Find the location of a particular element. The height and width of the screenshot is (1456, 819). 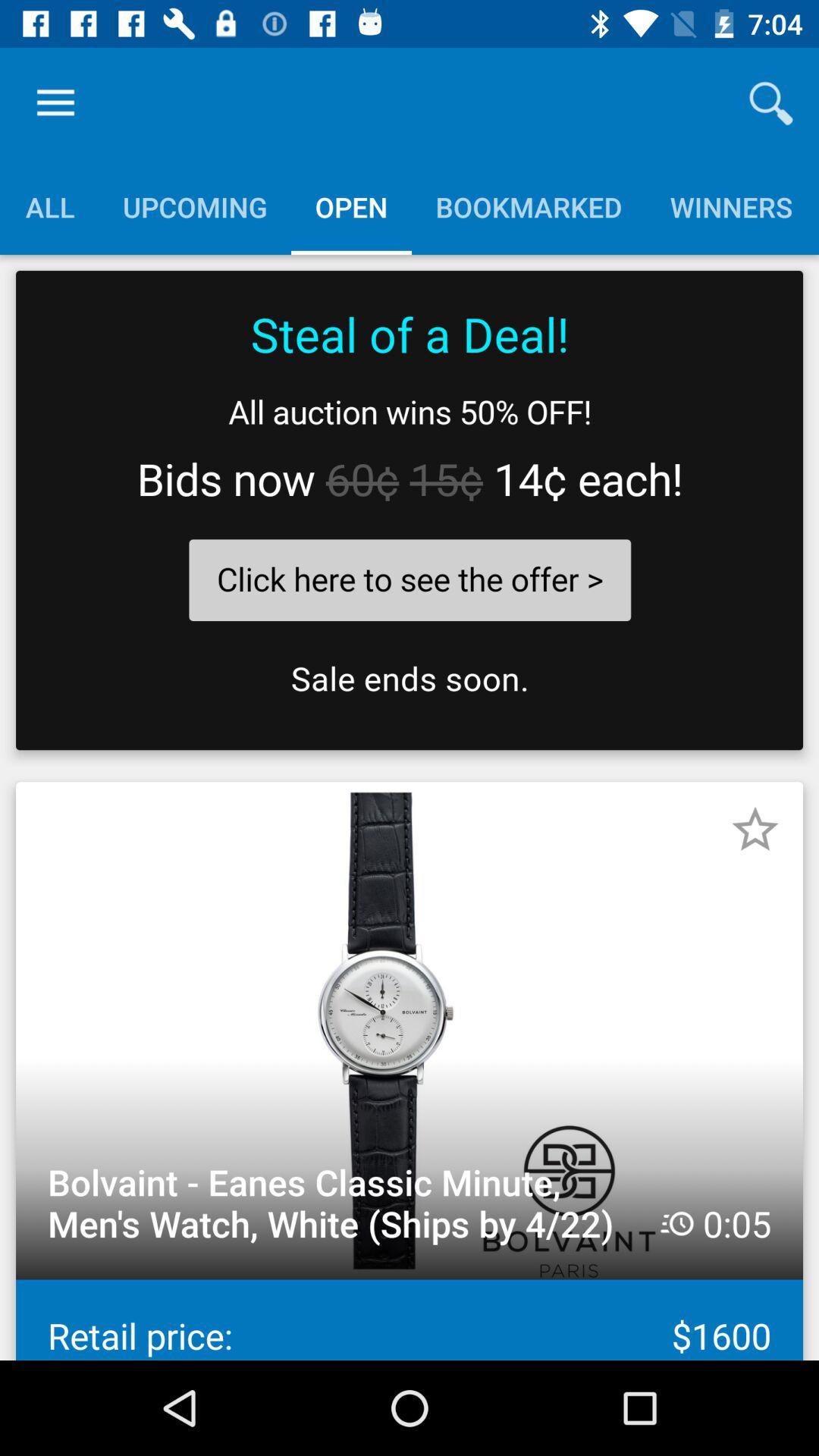

the clock icon which is left to the 005 is located at coordinates (676, 1223).